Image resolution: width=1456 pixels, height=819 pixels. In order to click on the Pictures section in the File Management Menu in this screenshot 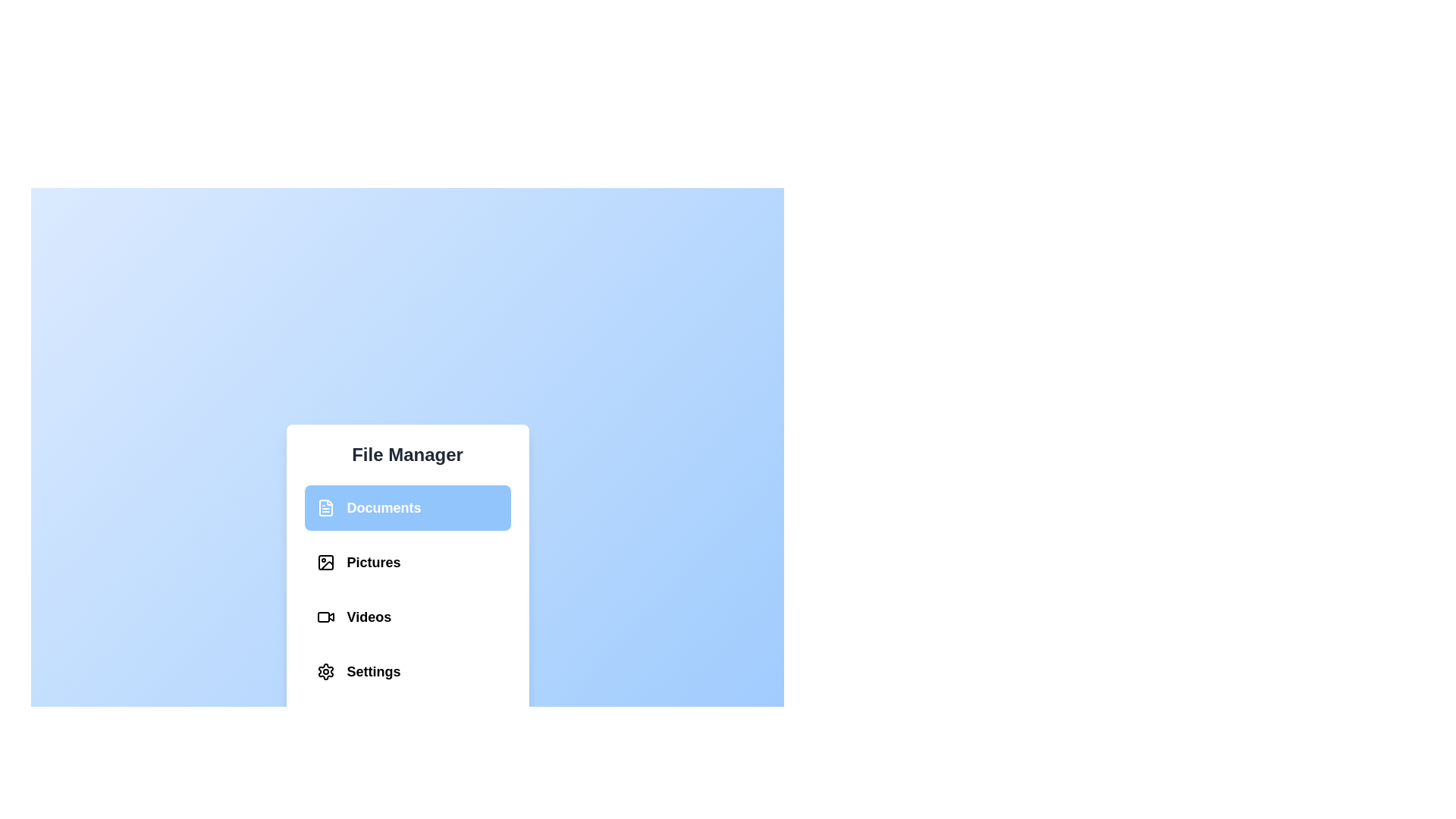, I will do `click(325, 562)`.